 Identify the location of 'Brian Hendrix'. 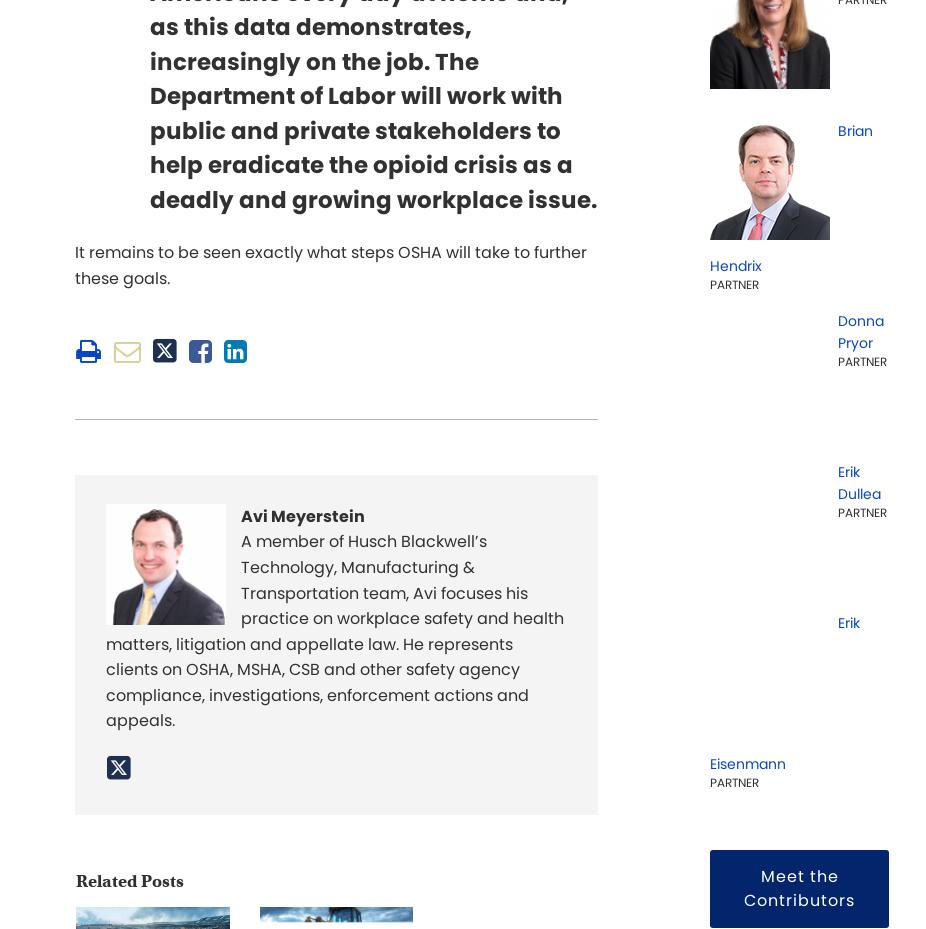
(791, 197).